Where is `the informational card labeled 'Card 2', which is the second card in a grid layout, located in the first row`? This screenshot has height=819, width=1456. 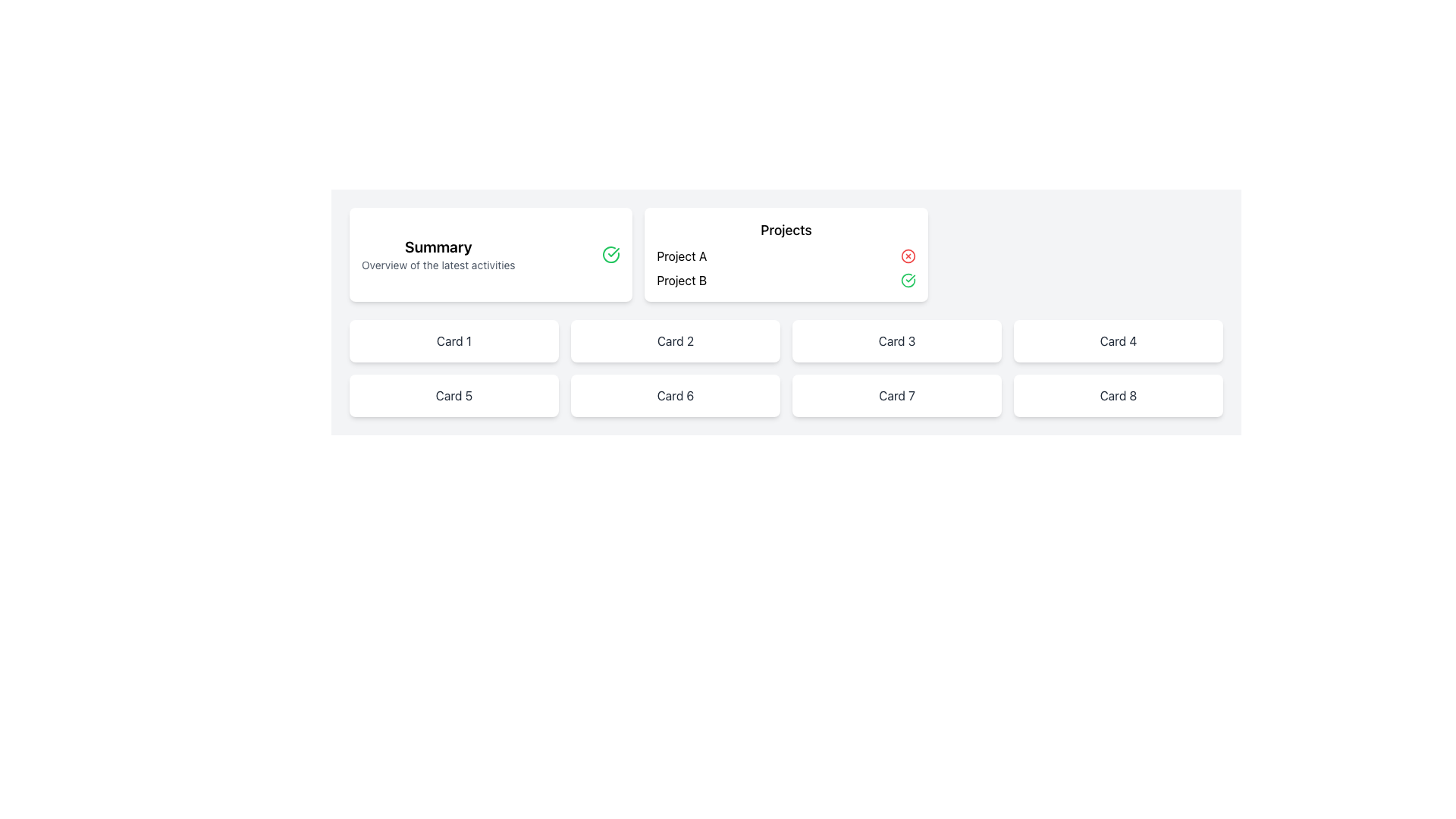 the informational card labeled 'Card 2', which is the second card in a grid layout, located in the first row is located at coordinates (675, 341).